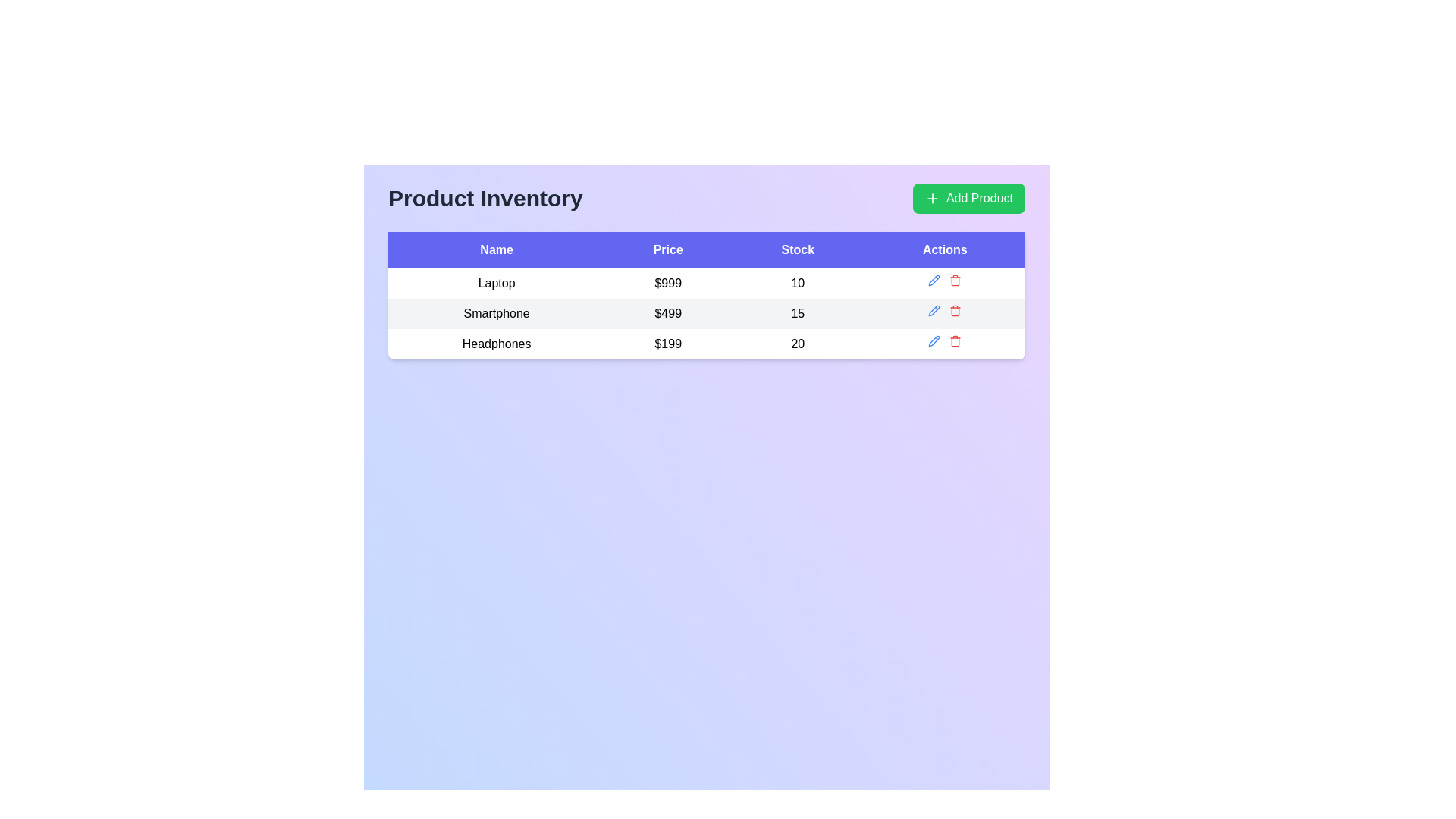  Describe the element at coordinates (934, 341) in the screenshot. I see `the edit action icon located in the last row of the table within the 'Actions' column, which is positioned second from the left among its siblings` at that location.